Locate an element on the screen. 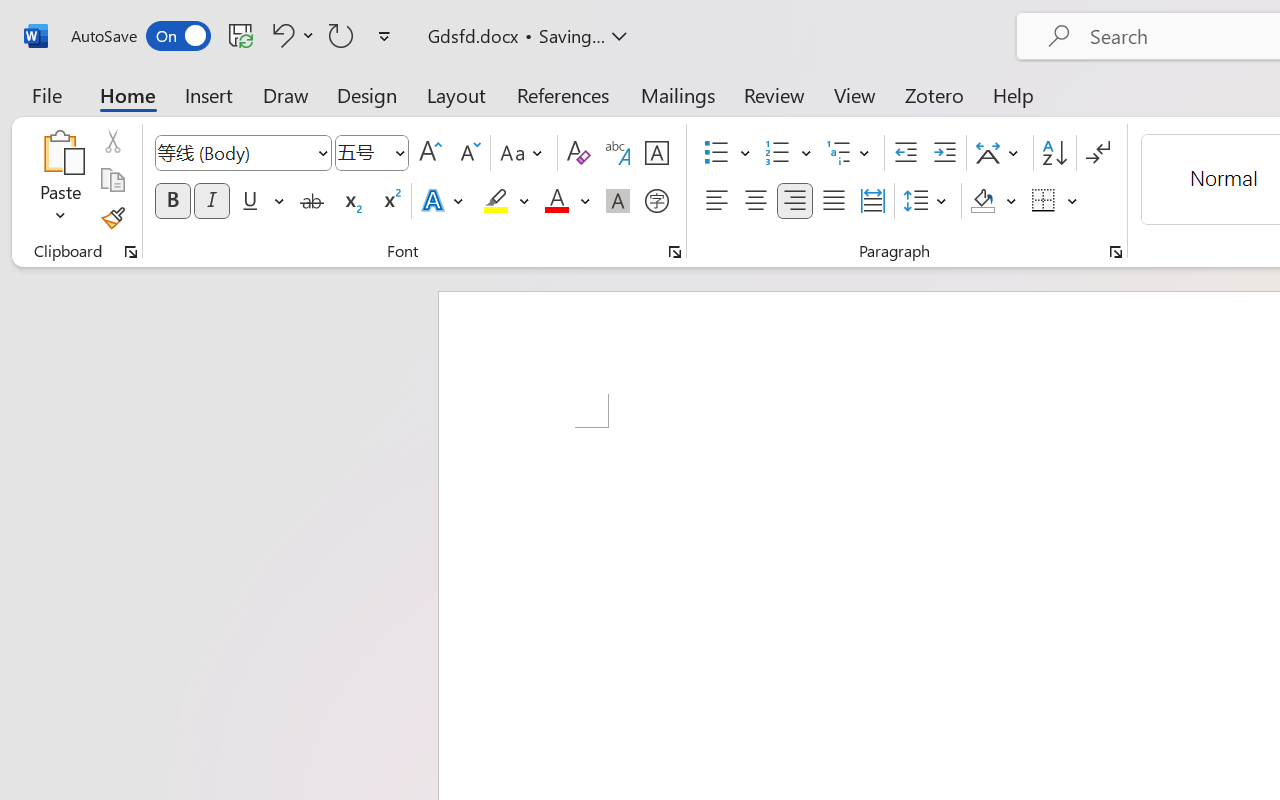 The height and width of the screenshot is (800, 1280). 'Align Left' is located at coordinates (716, 201).